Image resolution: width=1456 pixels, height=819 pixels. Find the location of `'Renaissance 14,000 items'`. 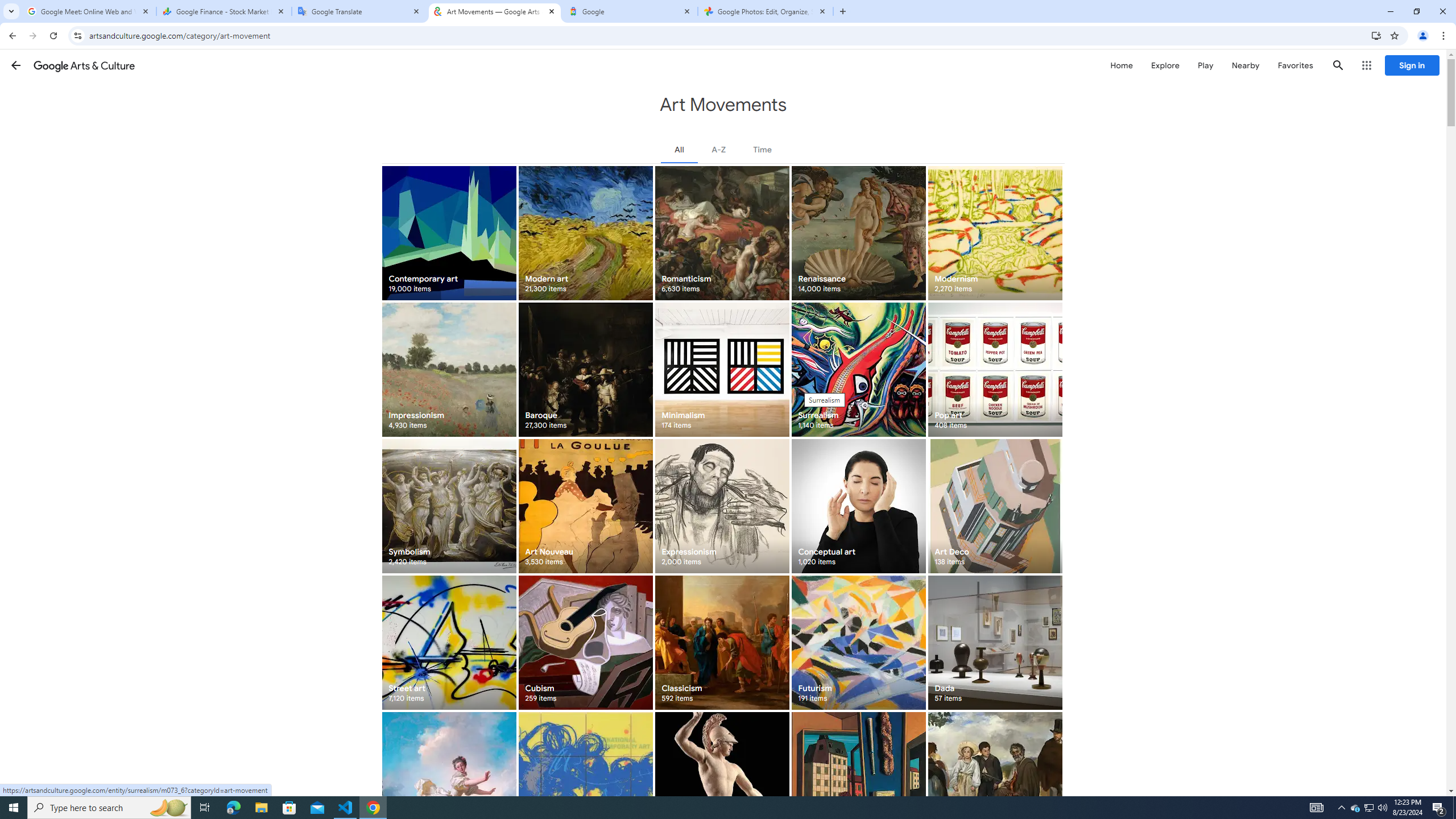

'Renaissance 14,000 items' is located at coordinates (858, 233).